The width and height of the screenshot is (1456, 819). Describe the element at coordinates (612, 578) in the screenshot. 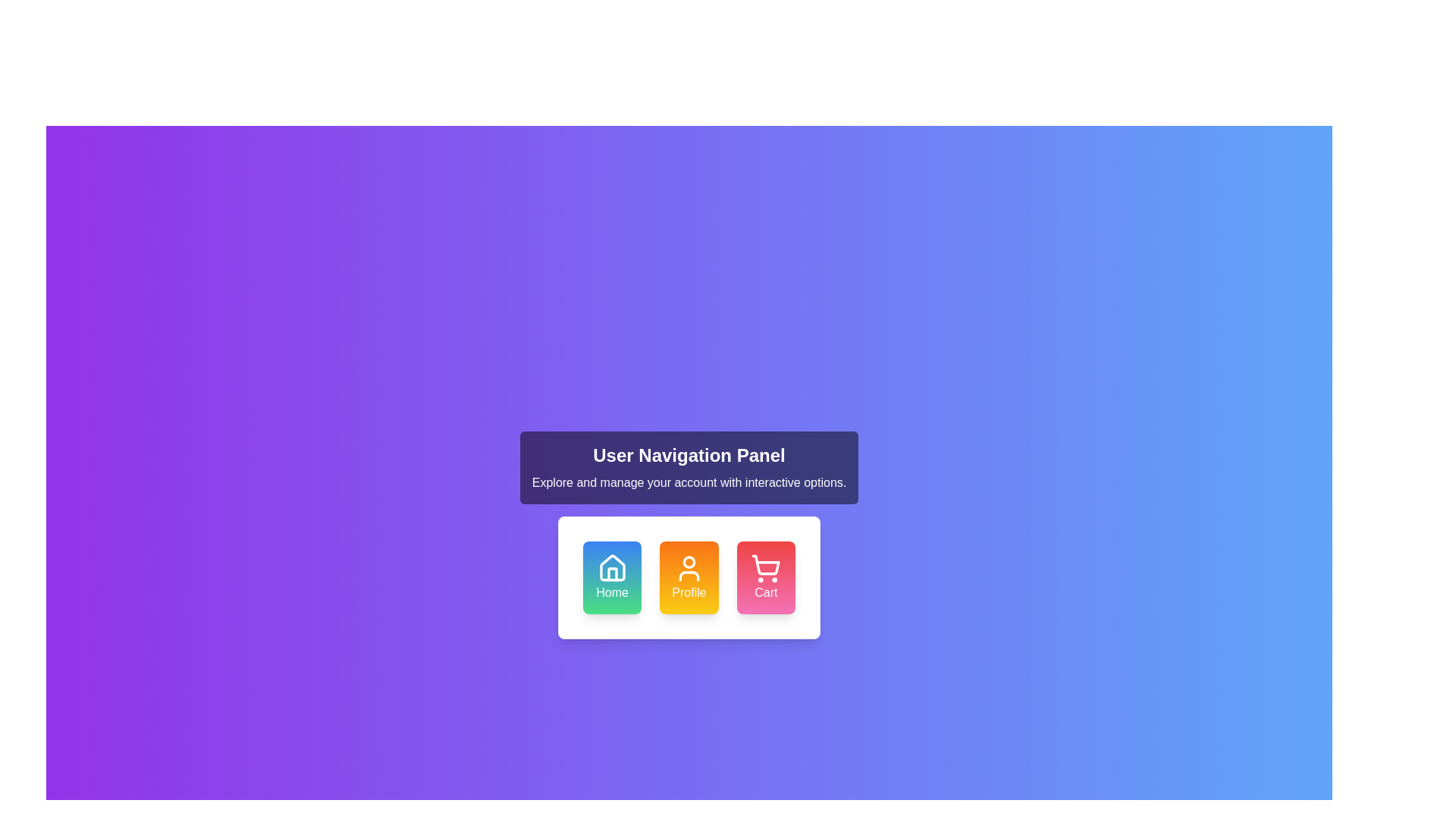

I see `the navigation button located beneath the 'User Navigation Panel' to observe its interactive styling` at that location.